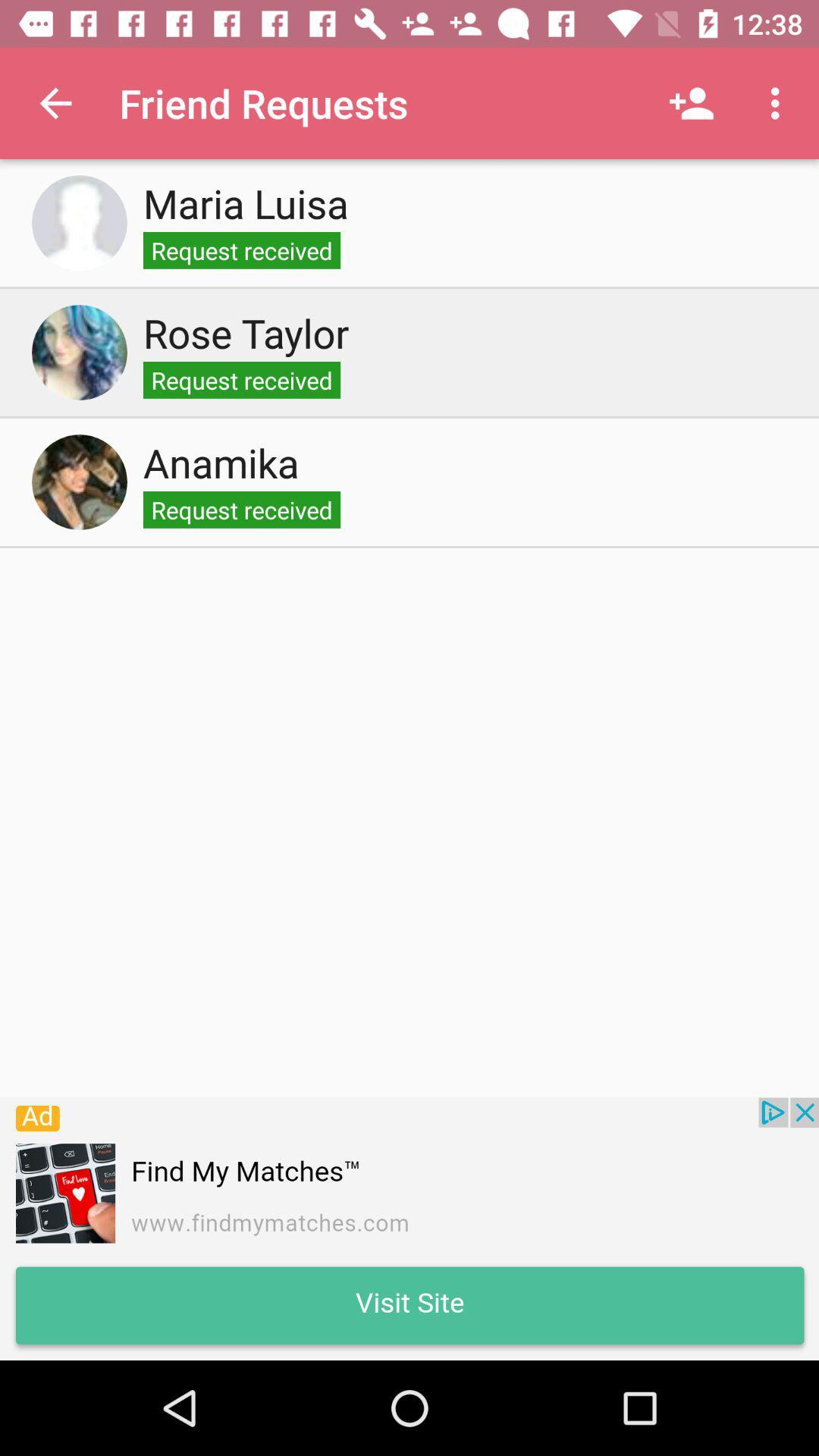 The width and height of the screenshot is (819, 1456). I want to click on to see the rose taylor profile, so click(79, 352).